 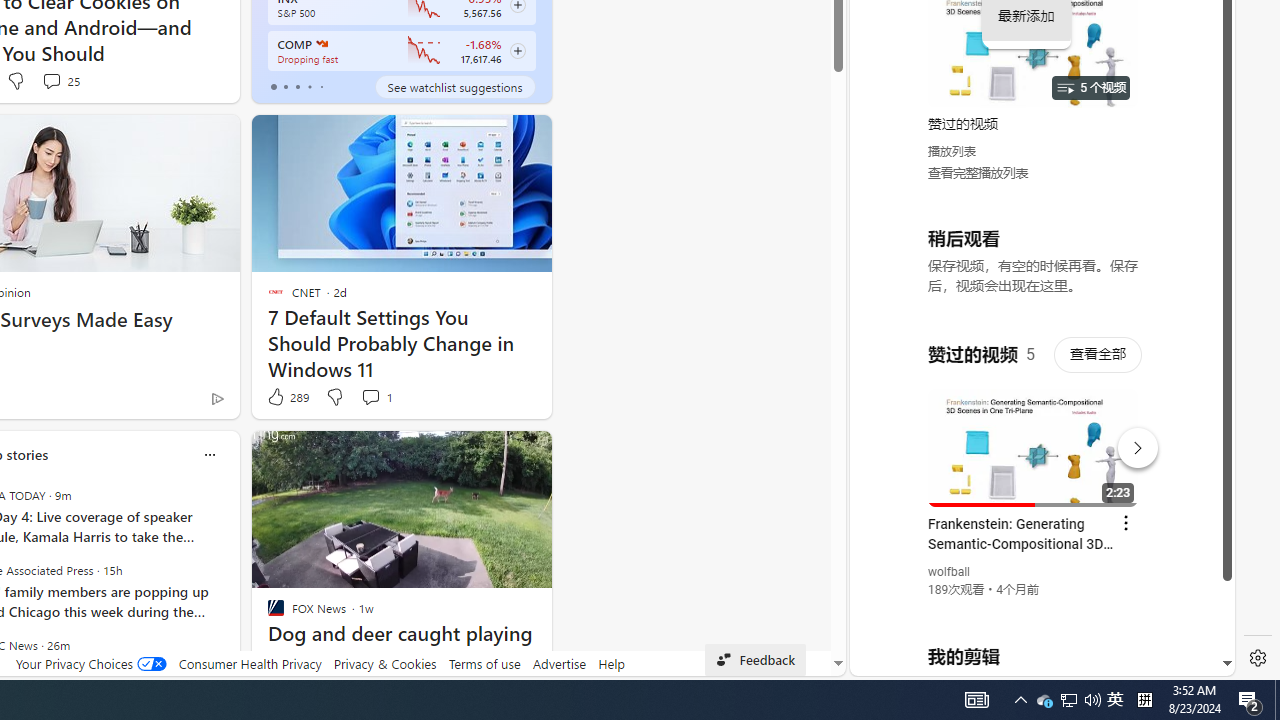 What do you see at coordinates (517, 50) in the screenshot?
I see `'Class: follow-button  m'` at bounding box center [517, 50].